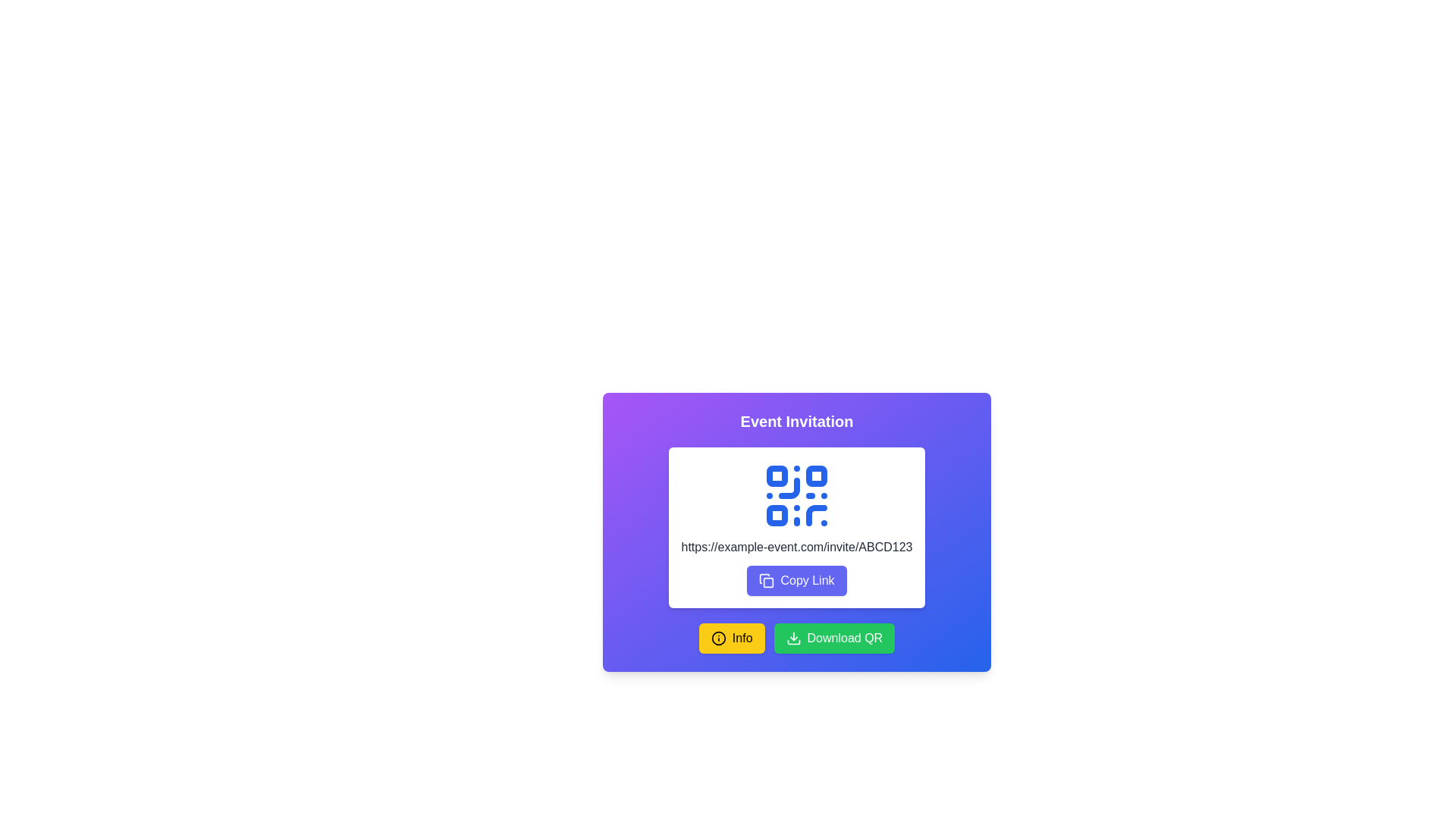 Image resolution: width=1456 pixels, height=819 pixels. Describe the element at coordinates (815, 475) in the screenshot. I see `and interact with the small bright blue square with rounded corners located` at that location.